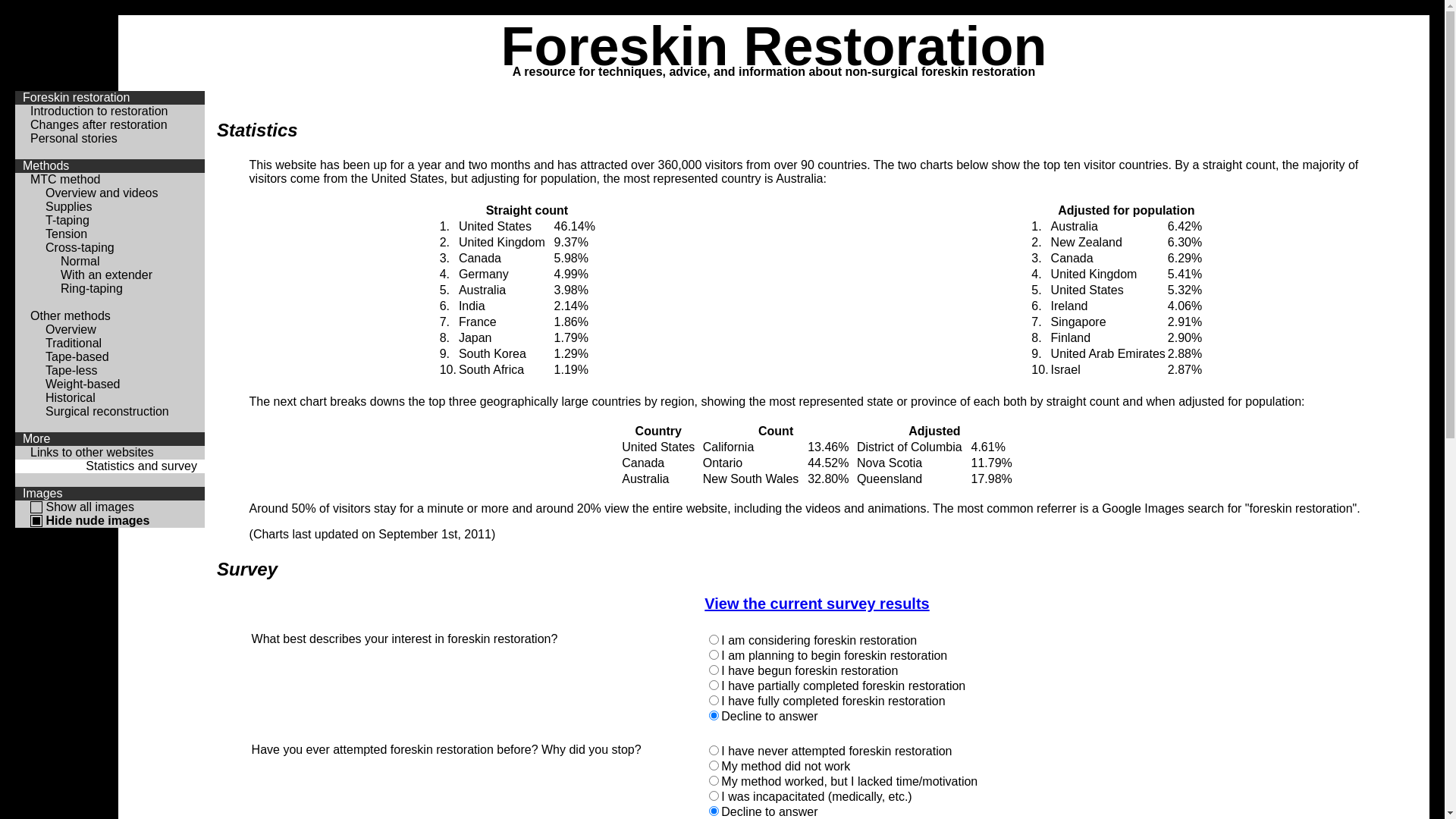  Describe the element at coordinates (91, 451) in the screenshot. I see `'Links to other websites'` at that location.